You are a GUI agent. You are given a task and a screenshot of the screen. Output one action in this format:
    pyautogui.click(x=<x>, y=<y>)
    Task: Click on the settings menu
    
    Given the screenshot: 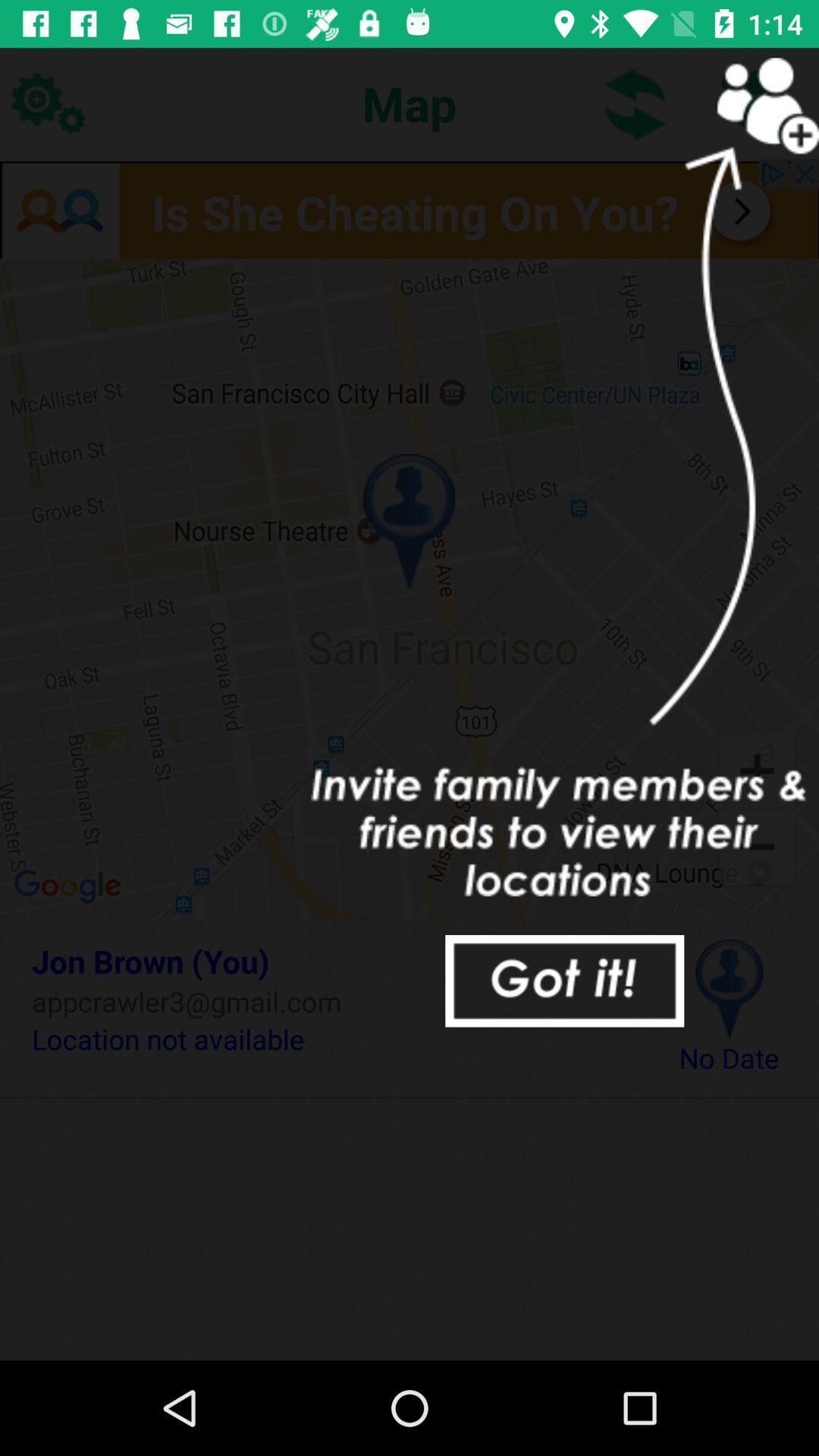 What is the action you would take?
    pyautogui.click(x=46, y=102)
    